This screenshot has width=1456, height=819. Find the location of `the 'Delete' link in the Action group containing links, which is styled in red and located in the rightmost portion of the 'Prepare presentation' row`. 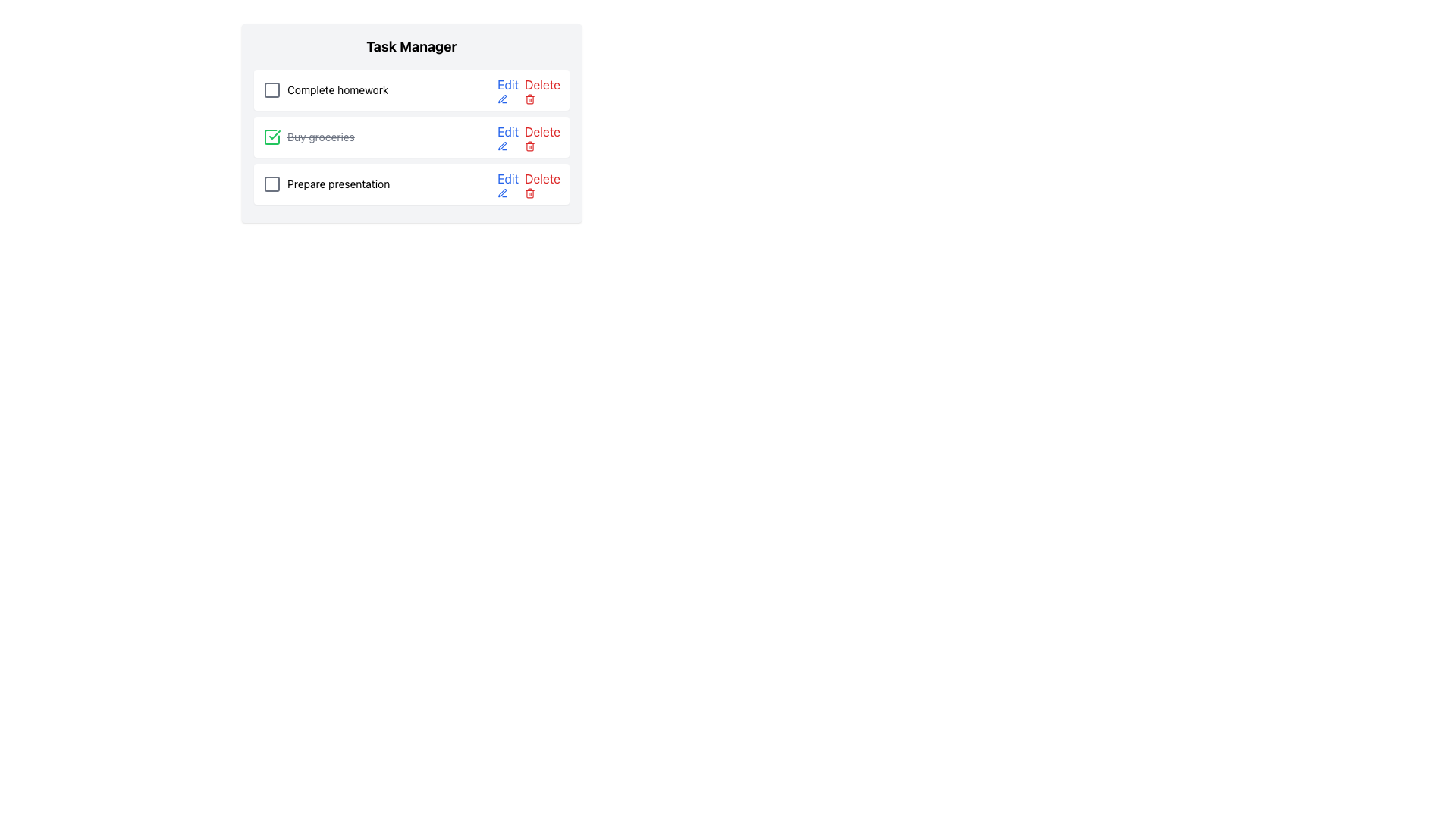

the 'Delete' link in the Action group containing links, which is styled in red and located in the rightmost portion of the 'Prepare presentation' row is located at coordinates (529, 184).